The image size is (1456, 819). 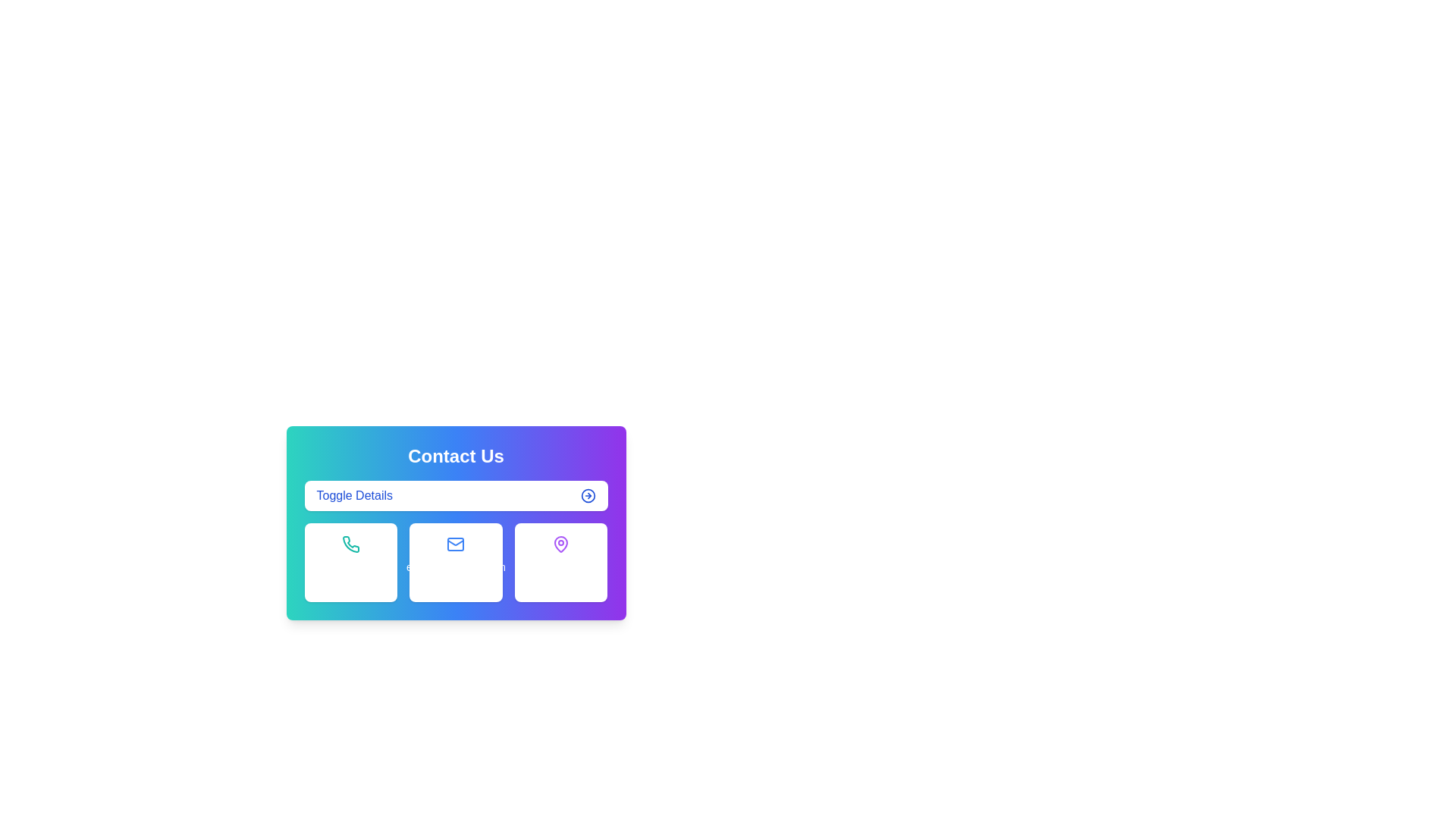 I want to click on the purple map pin icon located at the bottom of the 'Contact Us' panel, so click(x=560, y=543).